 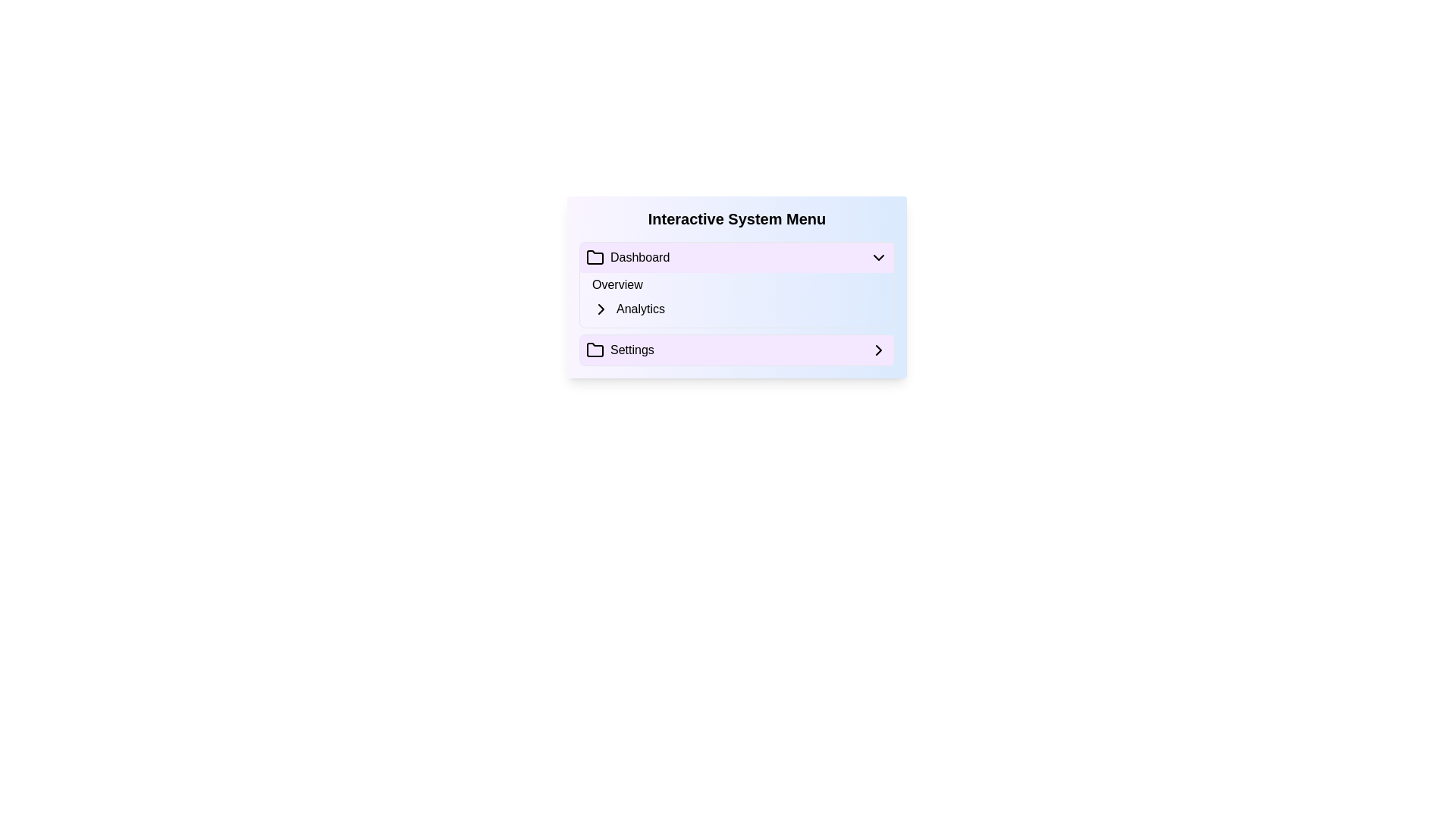 What do you see at coordinates (736, 350) in the screenshot?
I see `the light purple 'Settings' button with rounded corners, located below the 'Analytics' button in the left-hand side menu` at bounding box center [736, 350].